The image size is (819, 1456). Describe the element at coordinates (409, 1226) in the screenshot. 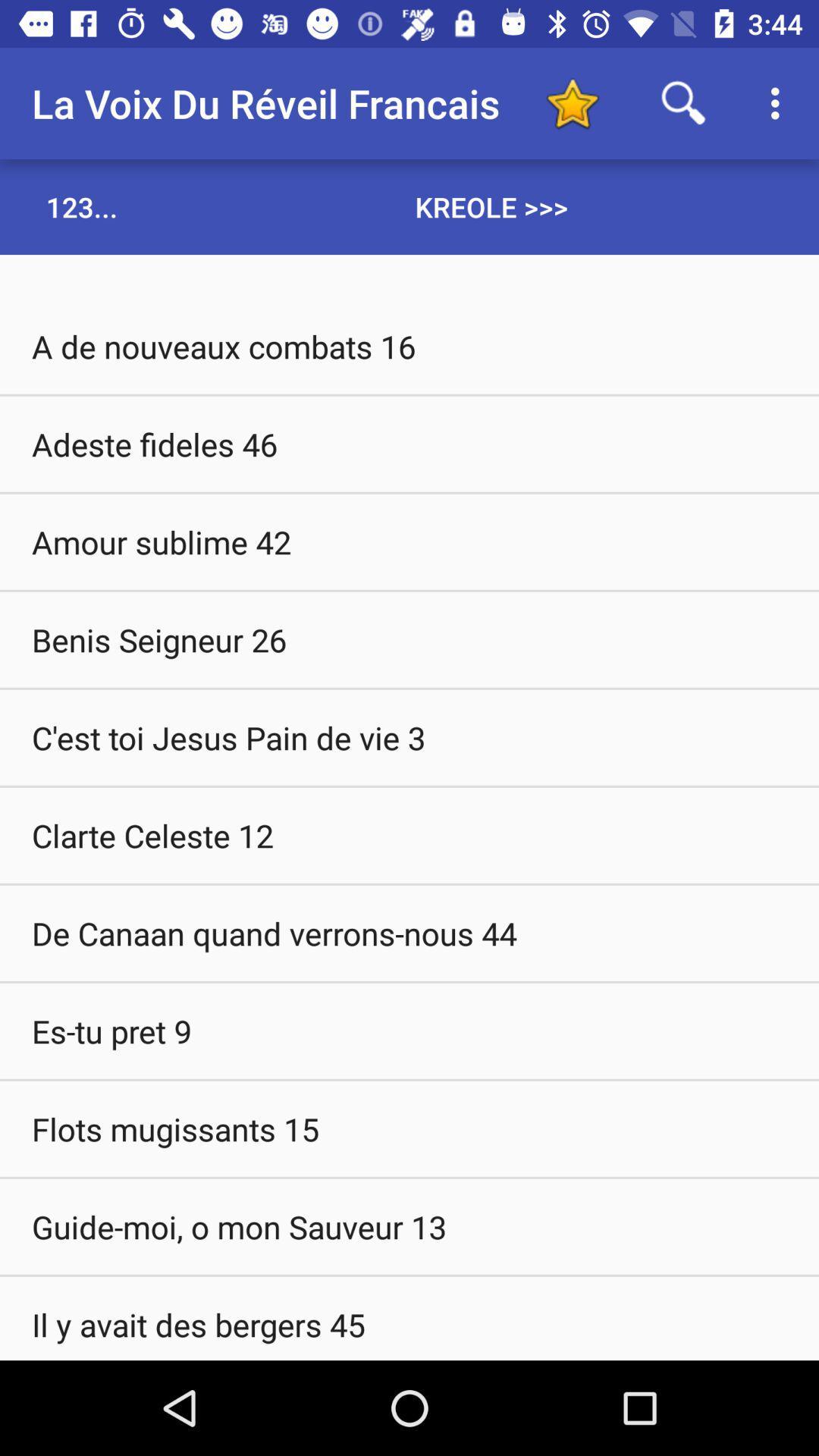

I see `the item above the il y avait item` at that location.